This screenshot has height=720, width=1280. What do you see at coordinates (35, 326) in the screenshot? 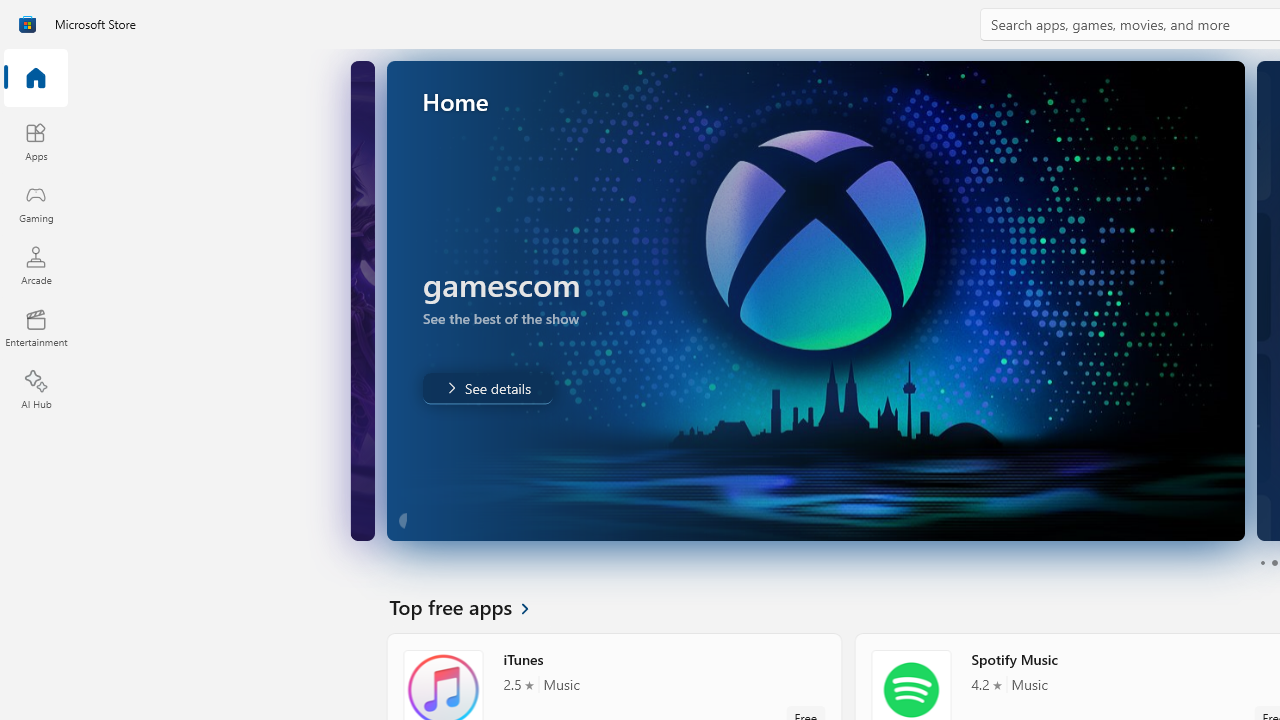
I see `'Entertainment'` at bounding box center [35, 326].